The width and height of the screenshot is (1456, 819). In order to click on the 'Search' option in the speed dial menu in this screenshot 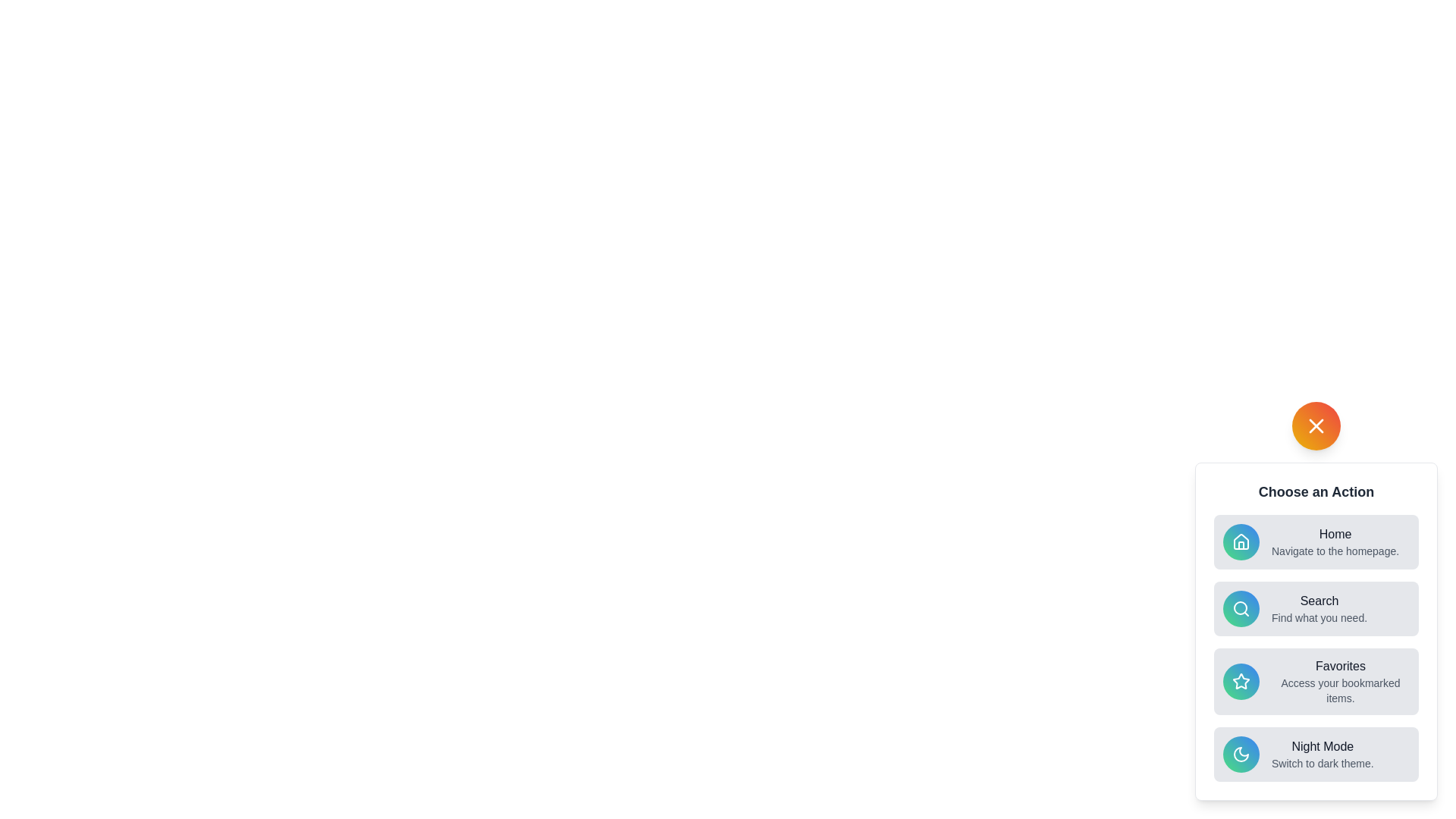, I will do `click(1316, 607)`.